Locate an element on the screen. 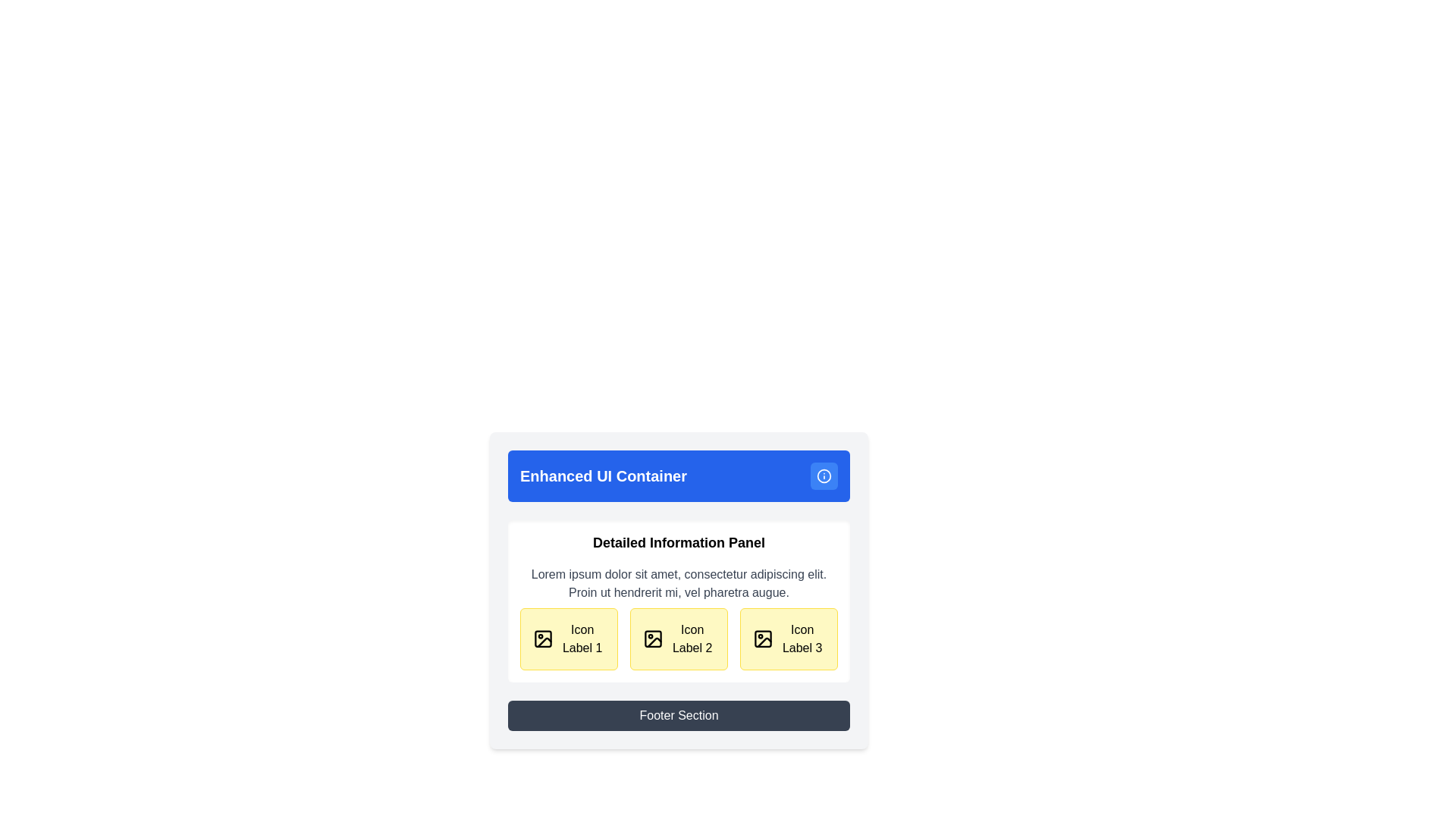 The height and width of the screenshot is (819, 1456). the icon labeled 'Icon Label 1' which is styled as an illustration of an image within a square frame, surrounded by a yellow background, located in the 'Detailed Information Panel' is located at coordinates (543, 639).